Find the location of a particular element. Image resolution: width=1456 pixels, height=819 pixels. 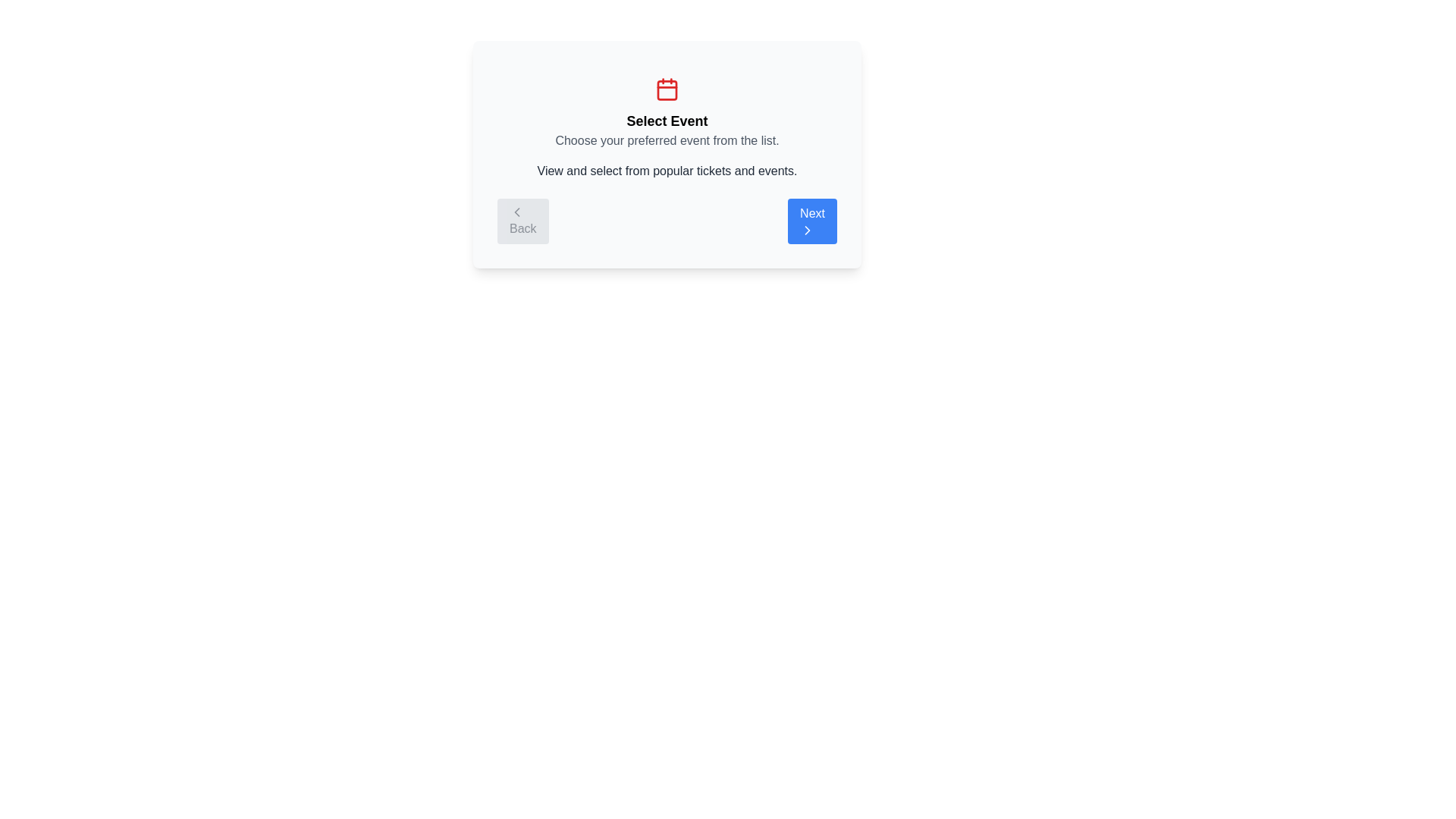

the Next button to navigate to the Next step is located at coordinates (811, 221).